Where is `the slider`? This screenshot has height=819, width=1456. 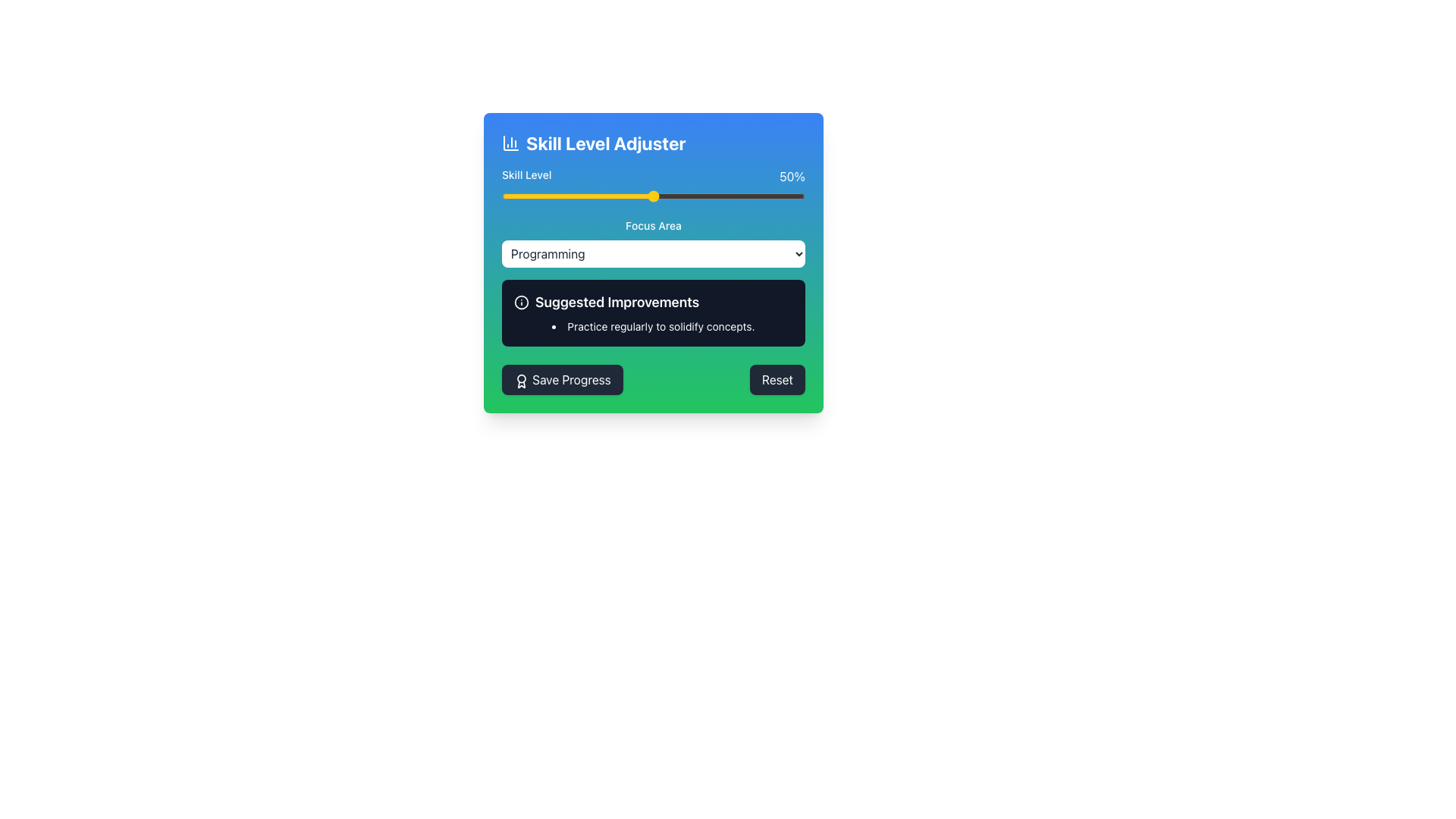 the slider is located at coordinates (546, 195).